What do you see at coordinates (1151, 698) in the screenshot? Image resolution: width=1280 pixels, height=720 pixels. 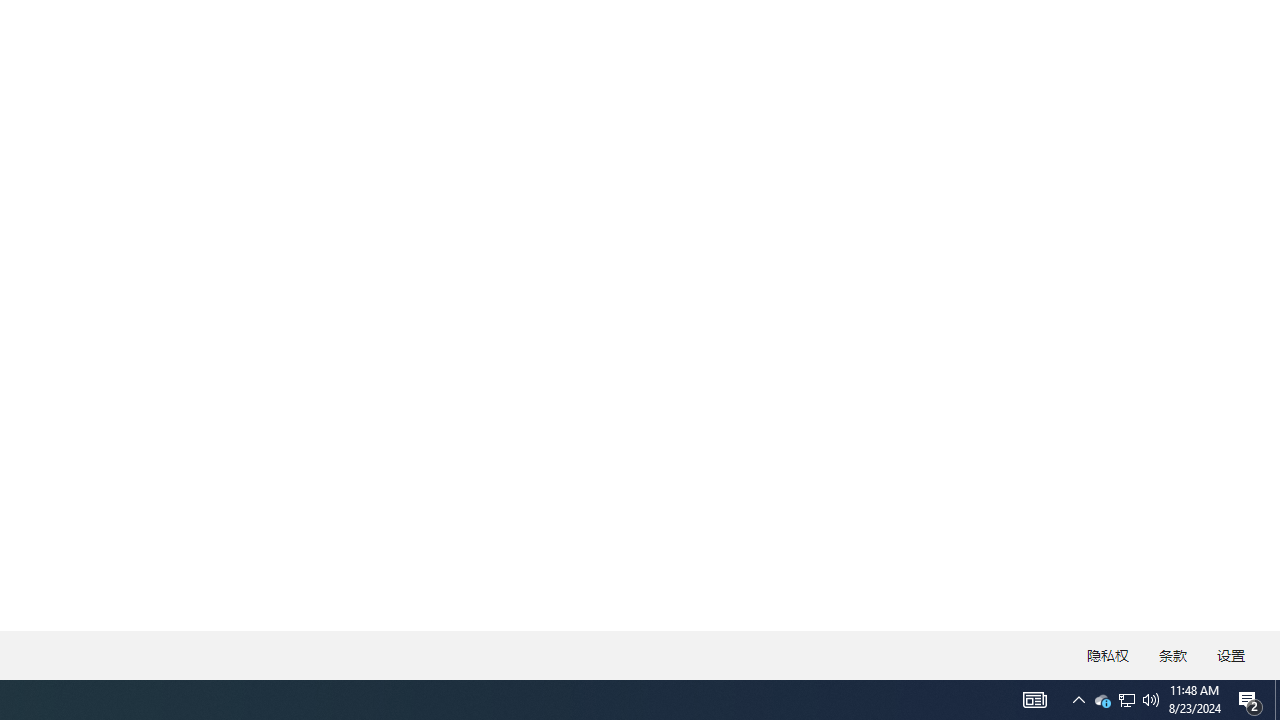 I see `'Q2790: 100%'` at bounding box center [1151, 698].